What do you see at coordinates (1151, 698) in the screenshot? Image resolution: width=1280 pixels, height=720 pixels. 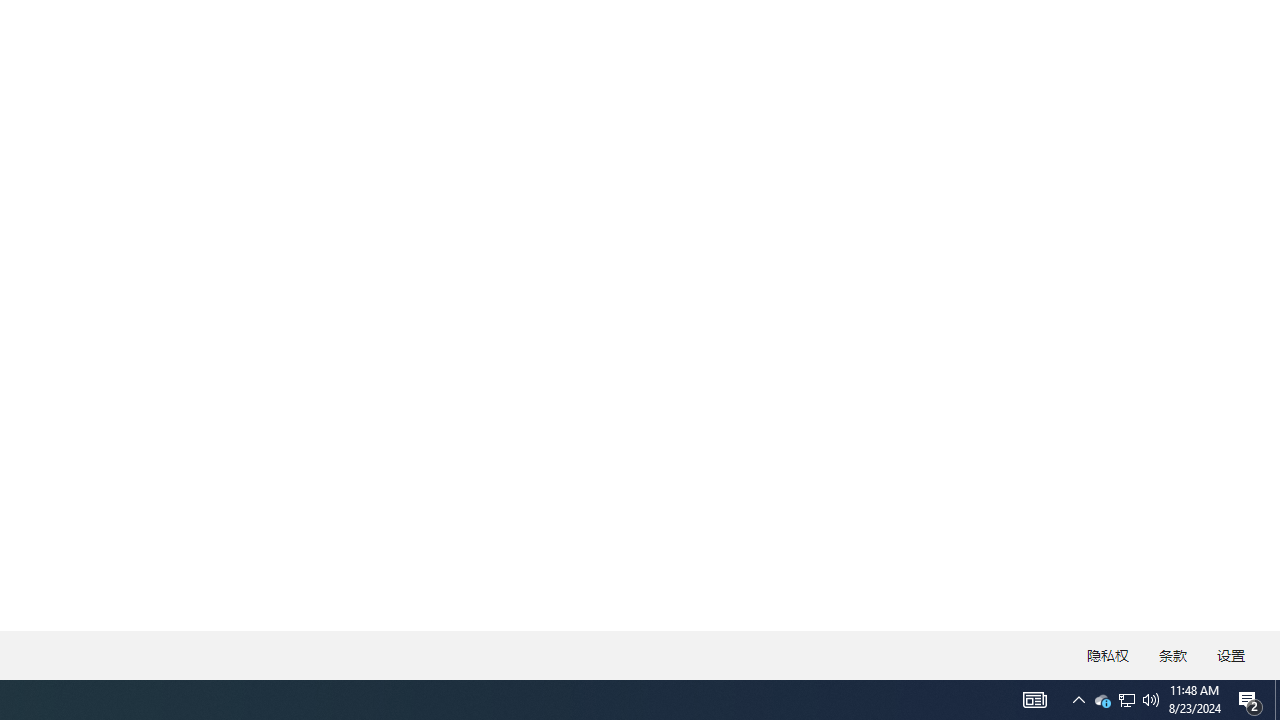 I see `'Q2790: 100%'` at bounding box center [1151, 698].